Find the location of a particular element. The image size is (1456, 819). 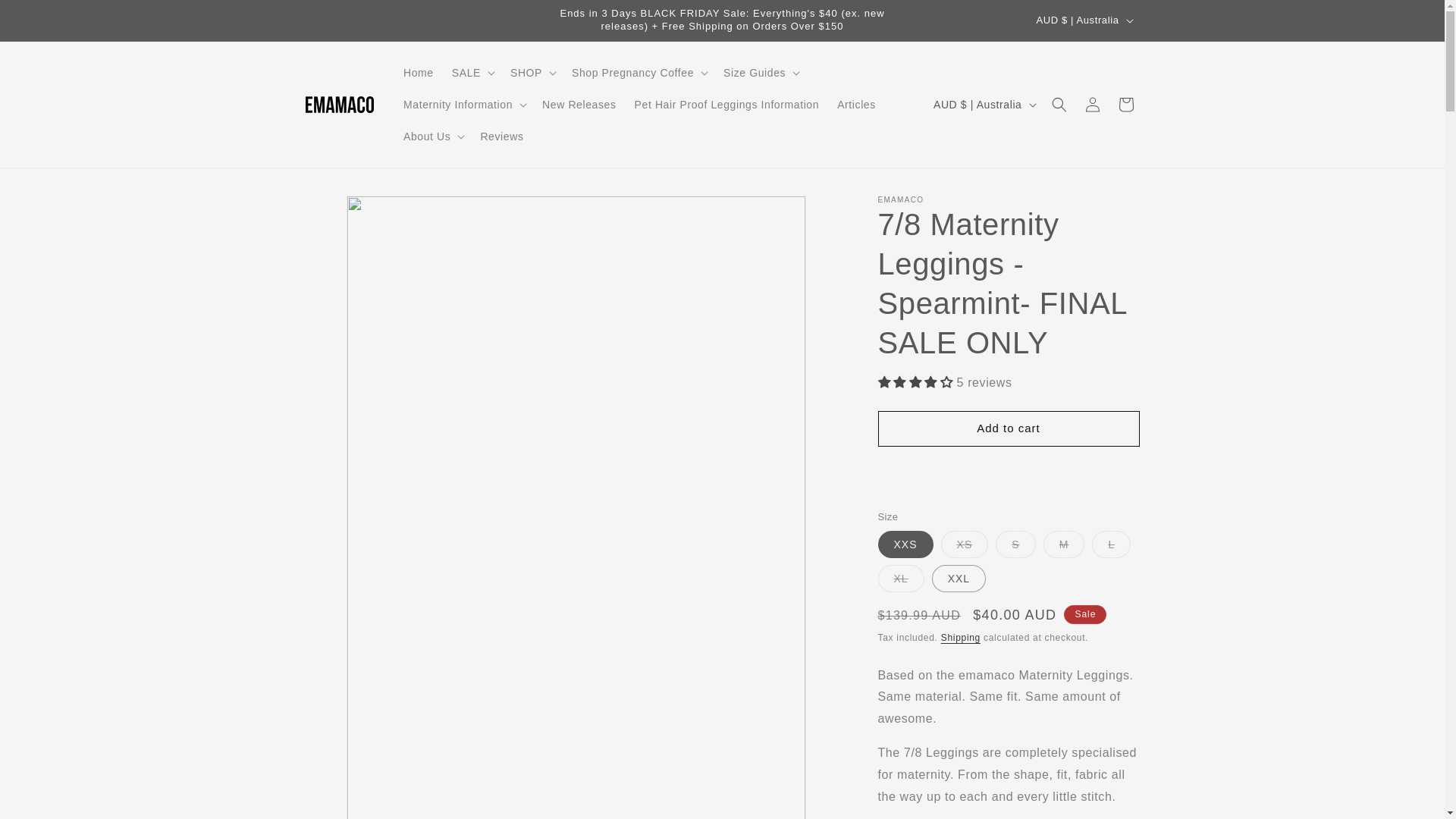

'Log in' is located at coordinates (1092, 104).